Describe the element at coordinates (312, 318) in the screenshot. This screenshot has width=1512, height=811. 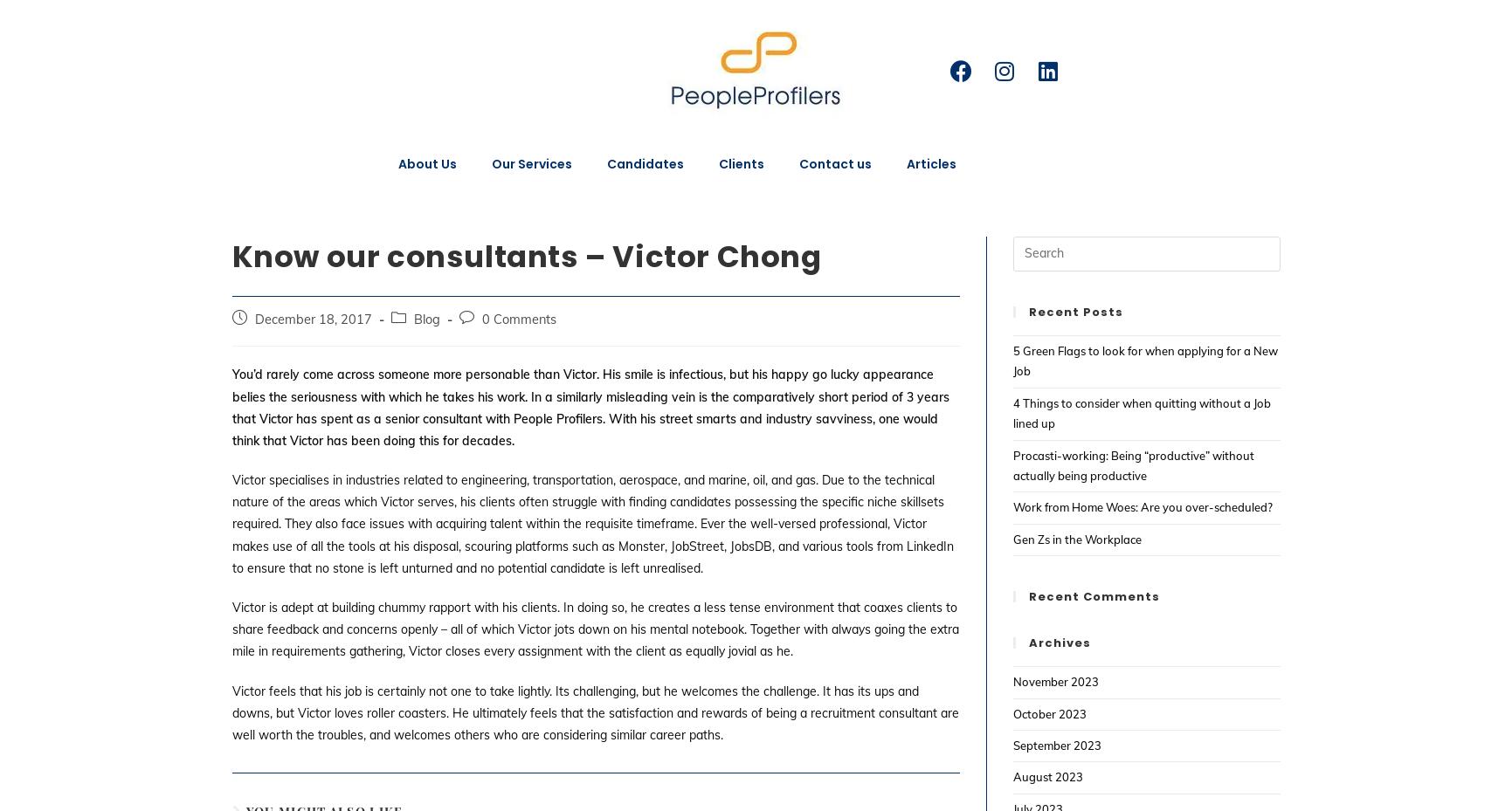
I see `'December 18, 2017'` at that location.